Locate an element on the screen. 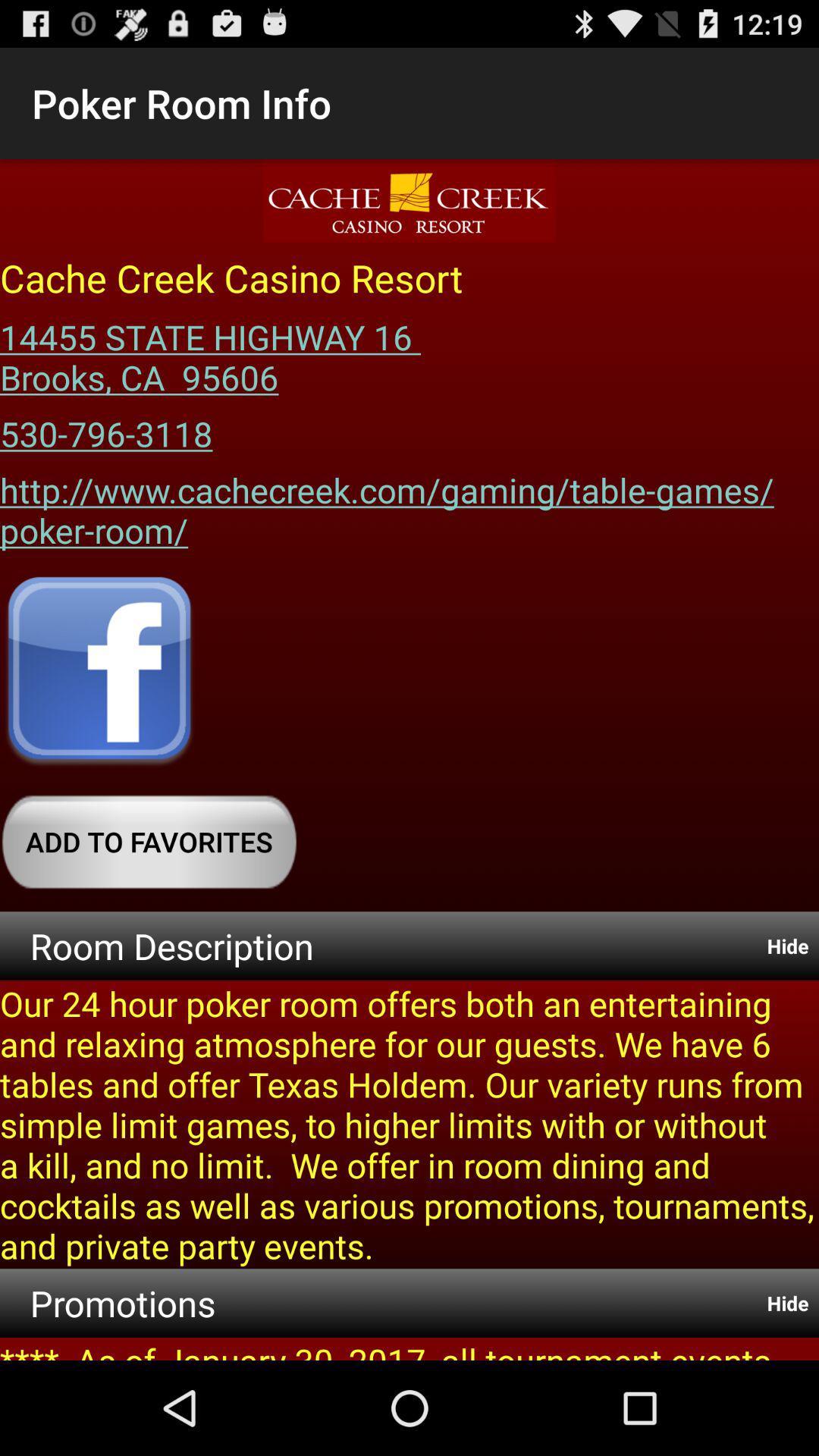 This screenshot has width=819, height=1456. open facebook is located at coordinates (99, 672).